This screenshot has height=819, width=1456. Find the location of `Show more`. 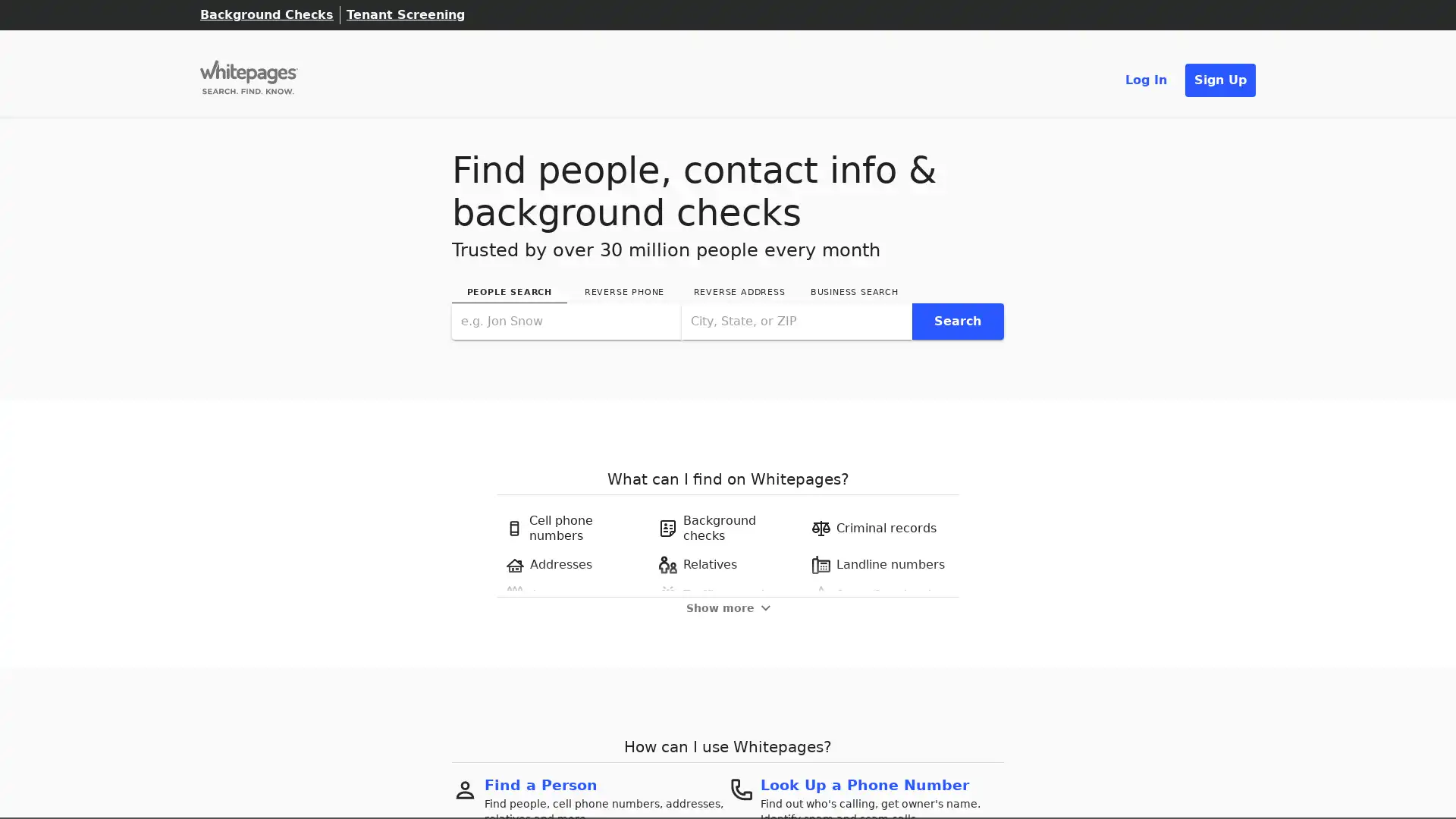

Show more is located at coordinates (726, 607).